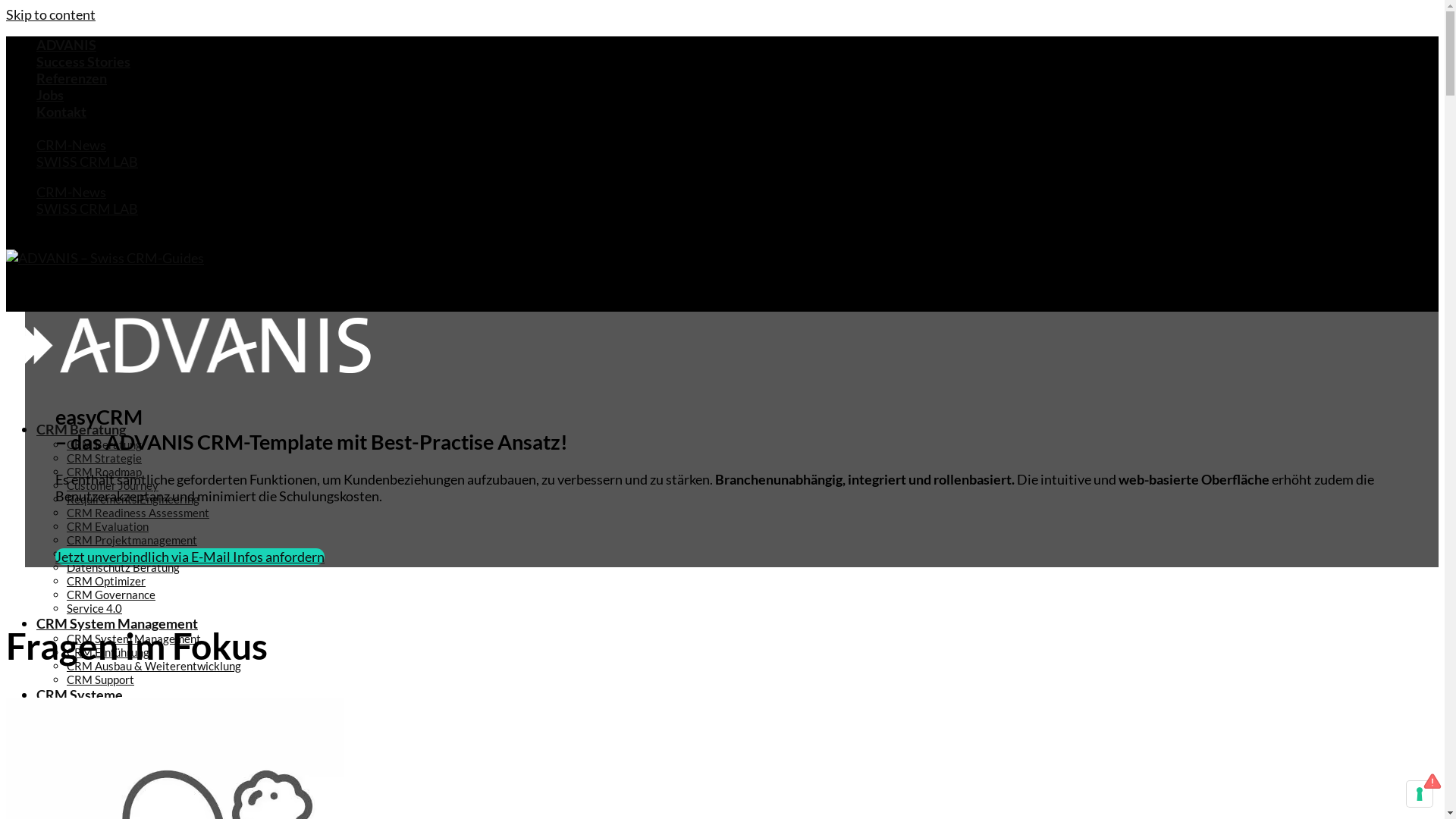  What do you see at coordinates (173, 804) in the screenshot?
I see `'Microsoft Dynamics 365 Sales'` at bounding box center [173, 804].